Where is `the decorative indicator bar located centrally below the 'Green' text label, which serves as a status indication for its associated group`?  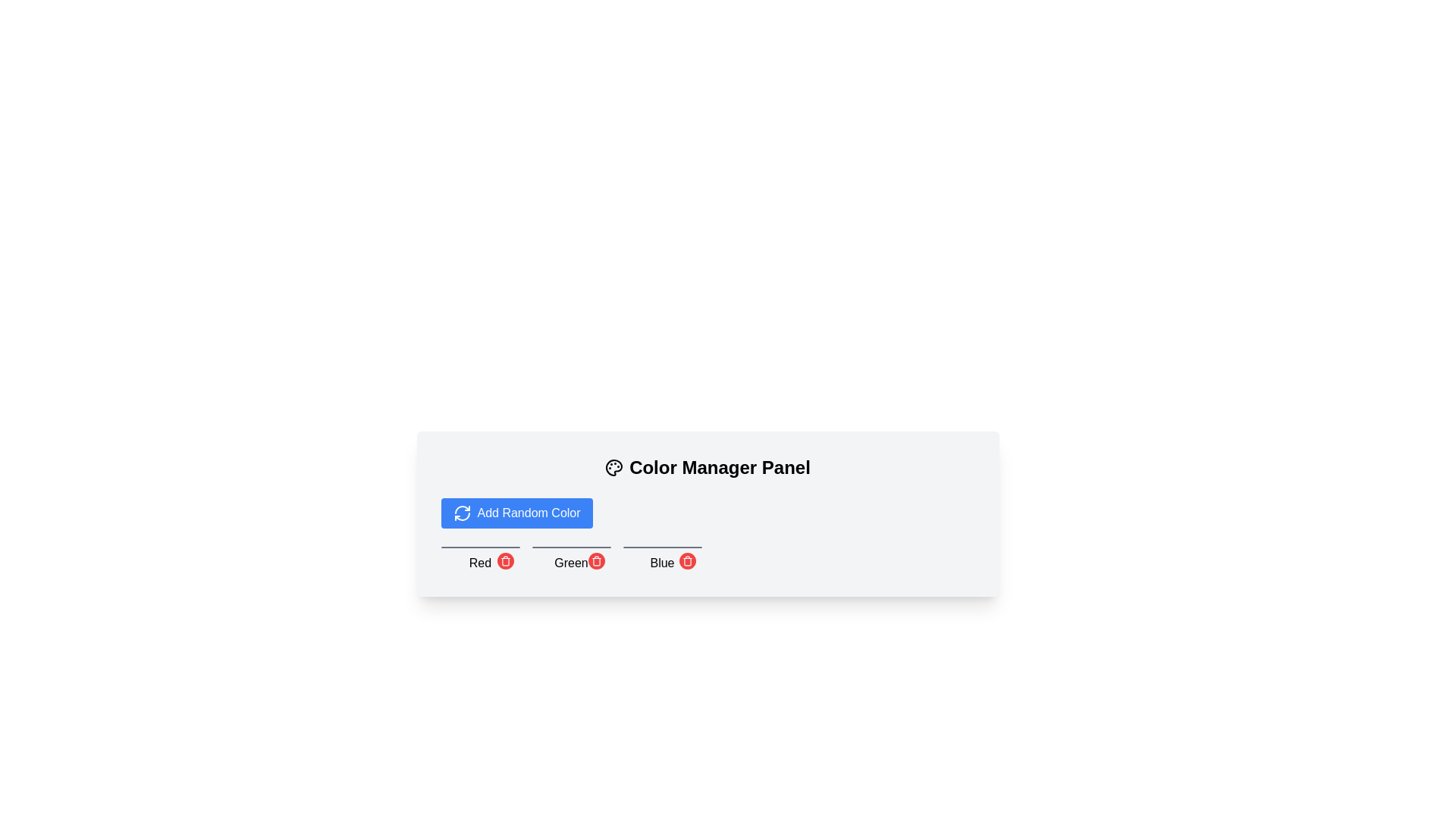 the decorative indicator bar located centrally below the 'Green' text label, which serves as a status indication for its associated group is located at coordinates (570, 547).